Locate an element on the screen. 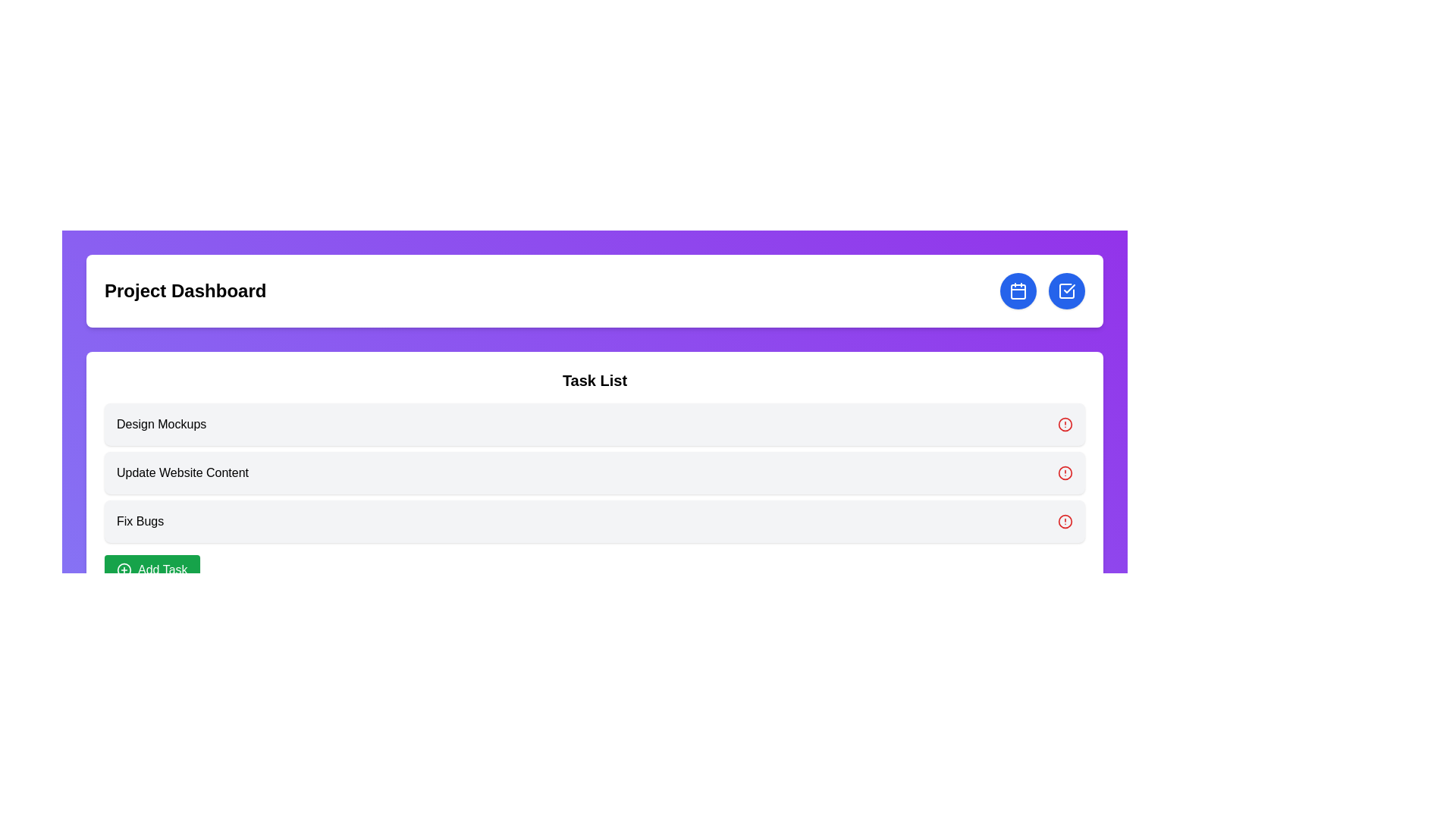 The height and width of the screenshot is (819, 1456). the bold text label reading 'Project Dashboard', which is styled in a large font size and has a black font color, located on the left-hand side of the top section of the webpage is located at coordinates (184, 291).